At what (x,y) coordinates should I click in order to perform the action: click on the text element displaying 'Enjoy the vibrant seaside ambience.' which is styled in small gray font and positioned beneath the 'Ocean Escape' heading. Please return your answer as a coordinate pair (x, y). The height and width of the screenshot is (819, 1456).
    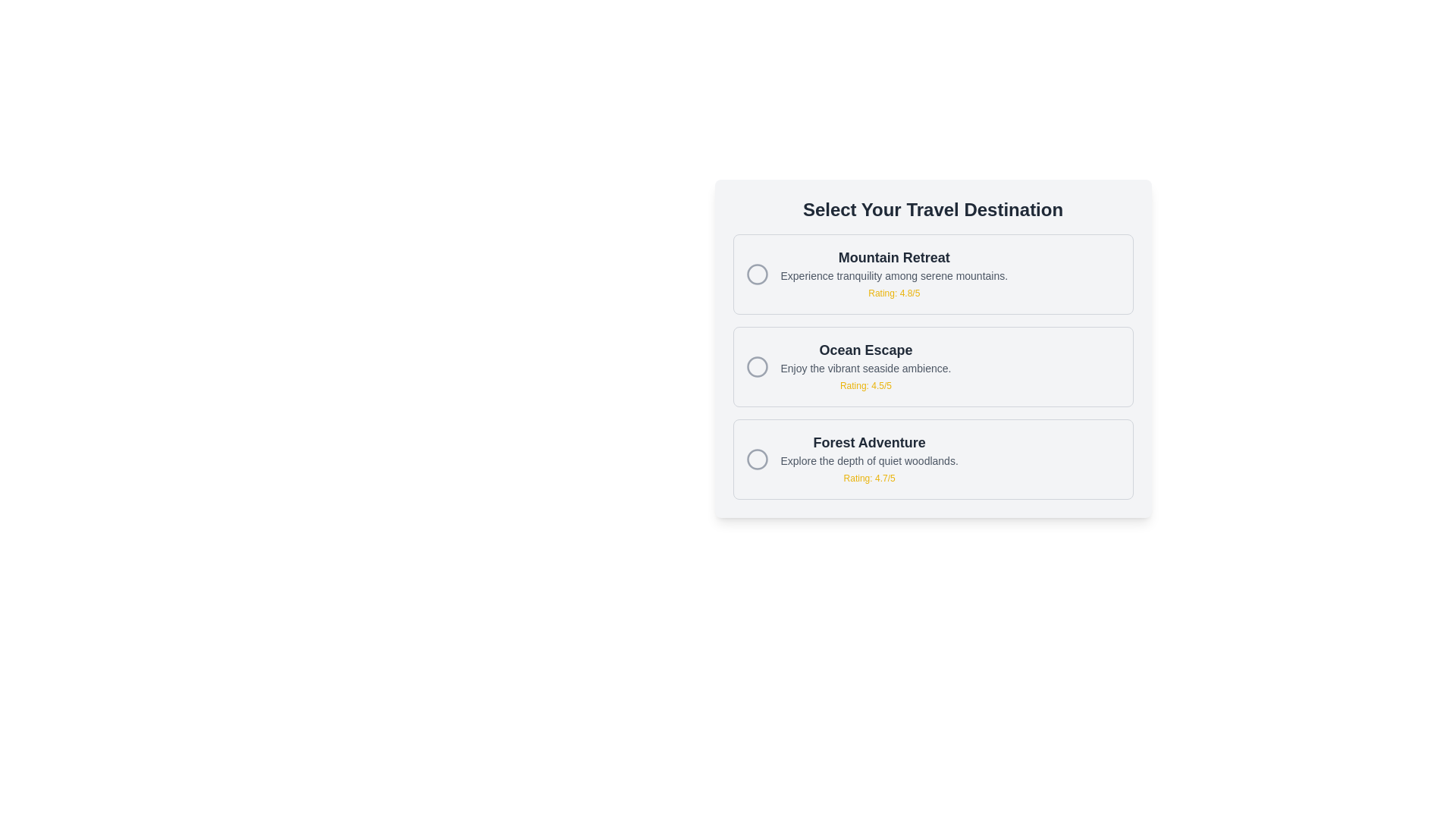
    Looking at the image, I should click on (866, 369).